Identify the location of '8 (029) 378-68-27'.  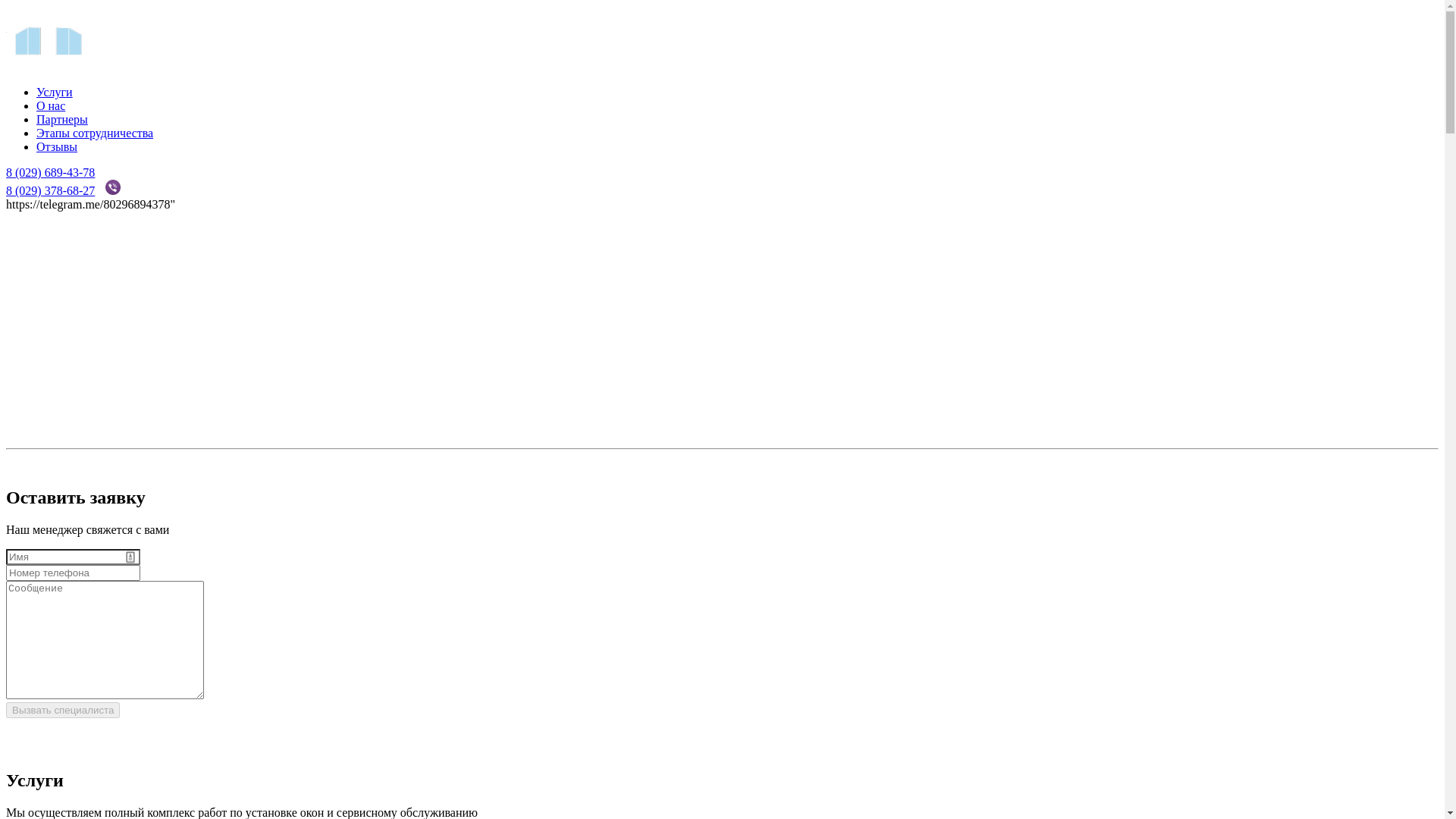
(50, 190).